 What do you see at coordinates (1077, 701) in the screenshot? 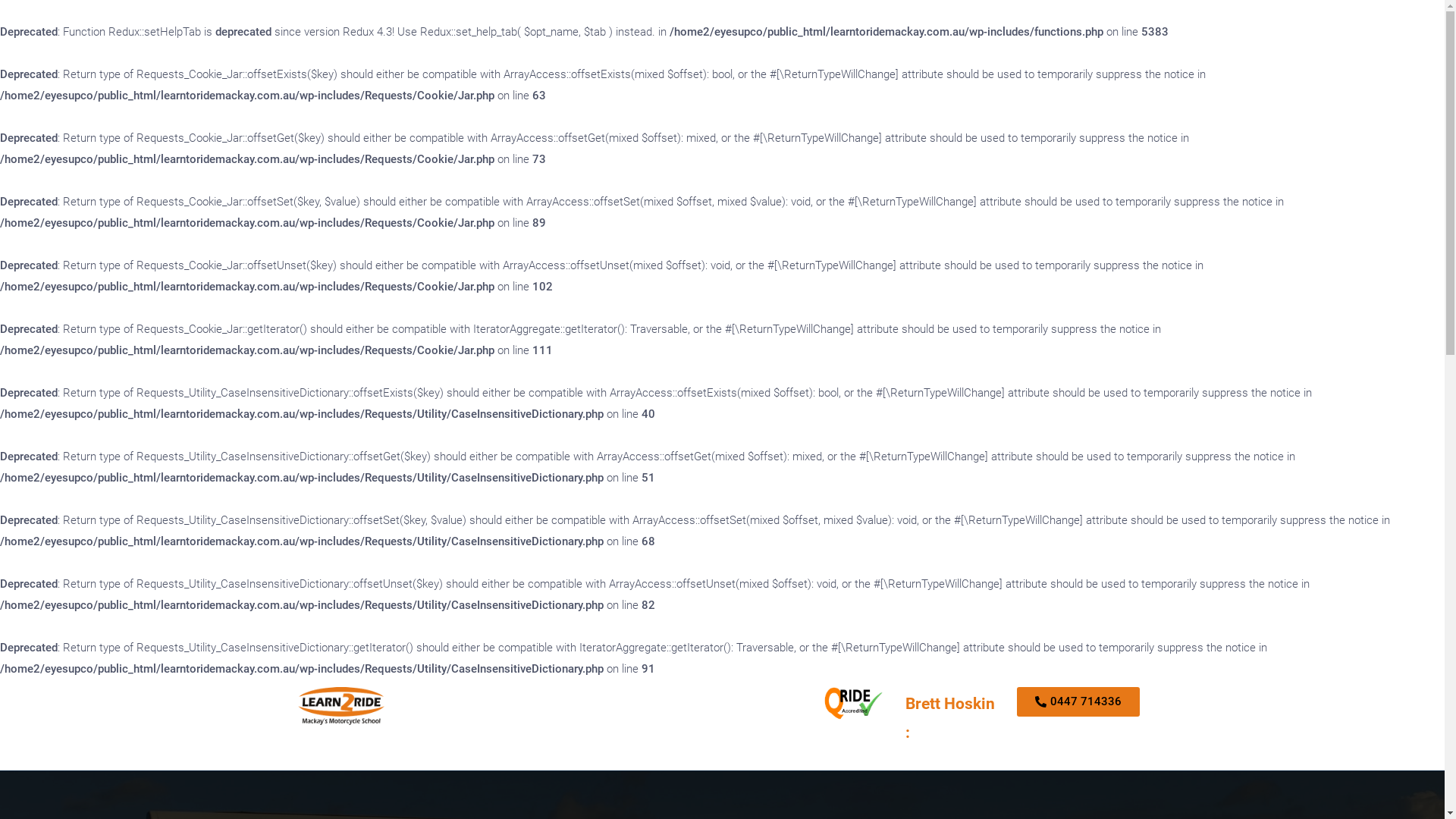
I see `'0447 714336'` at bounding box center [1077, 701].